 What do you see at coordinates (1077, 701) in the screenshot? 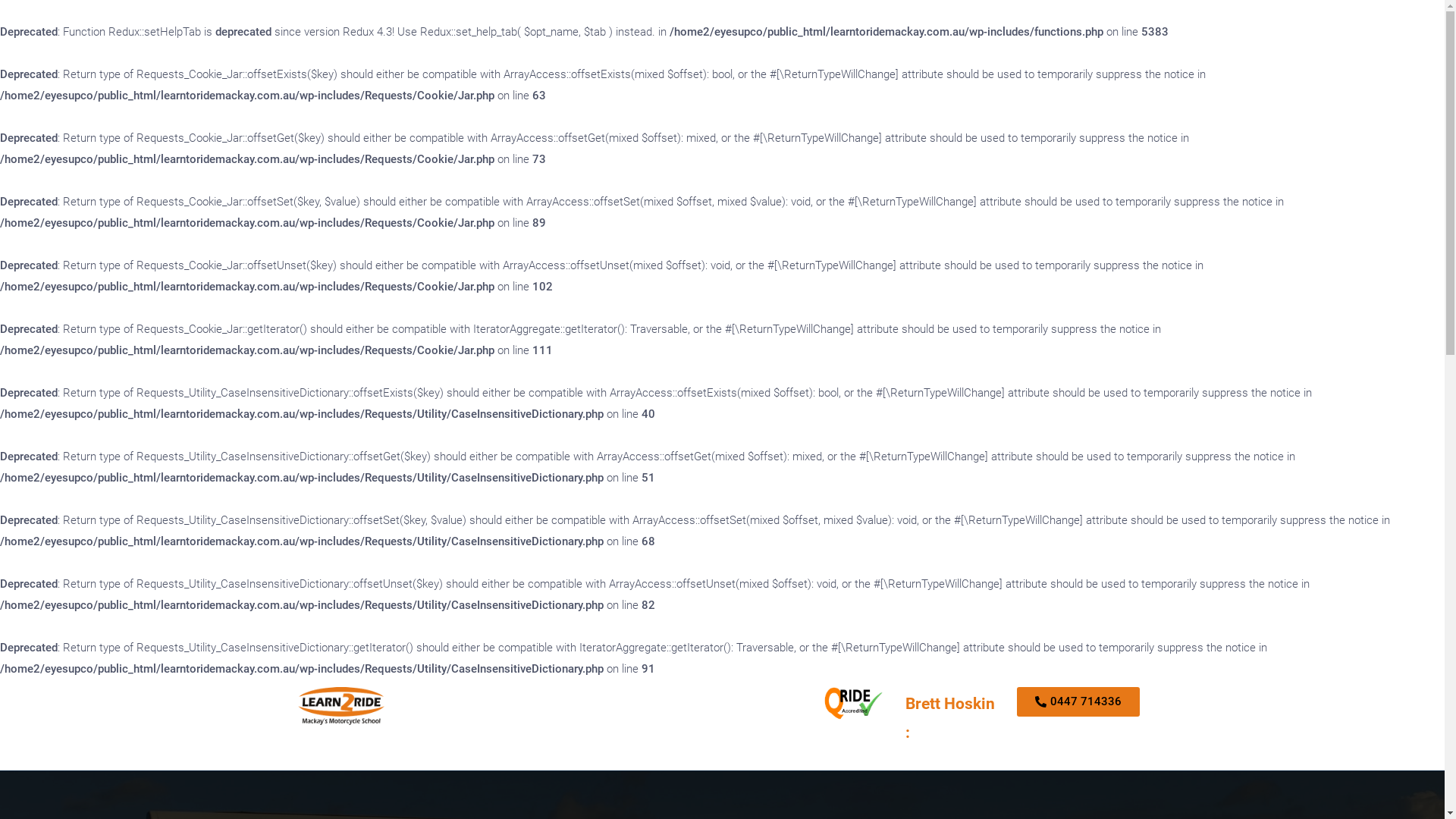
I see `'0447 714336'` at bounding box center [1077, 701].